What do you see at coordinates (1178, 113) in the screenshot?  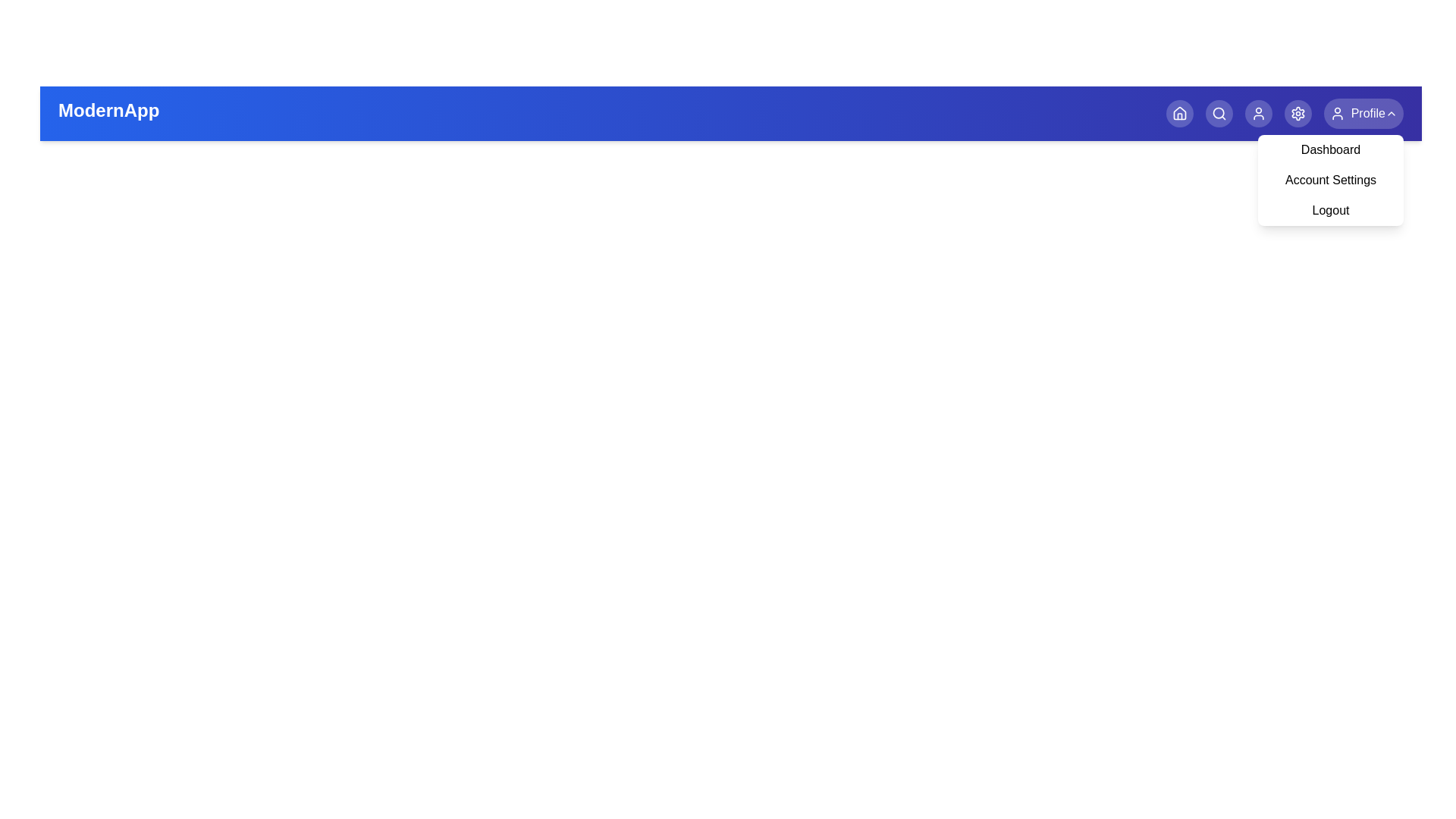 I see `the icon button corresponding to Home` at bounding box center [1178, 113].